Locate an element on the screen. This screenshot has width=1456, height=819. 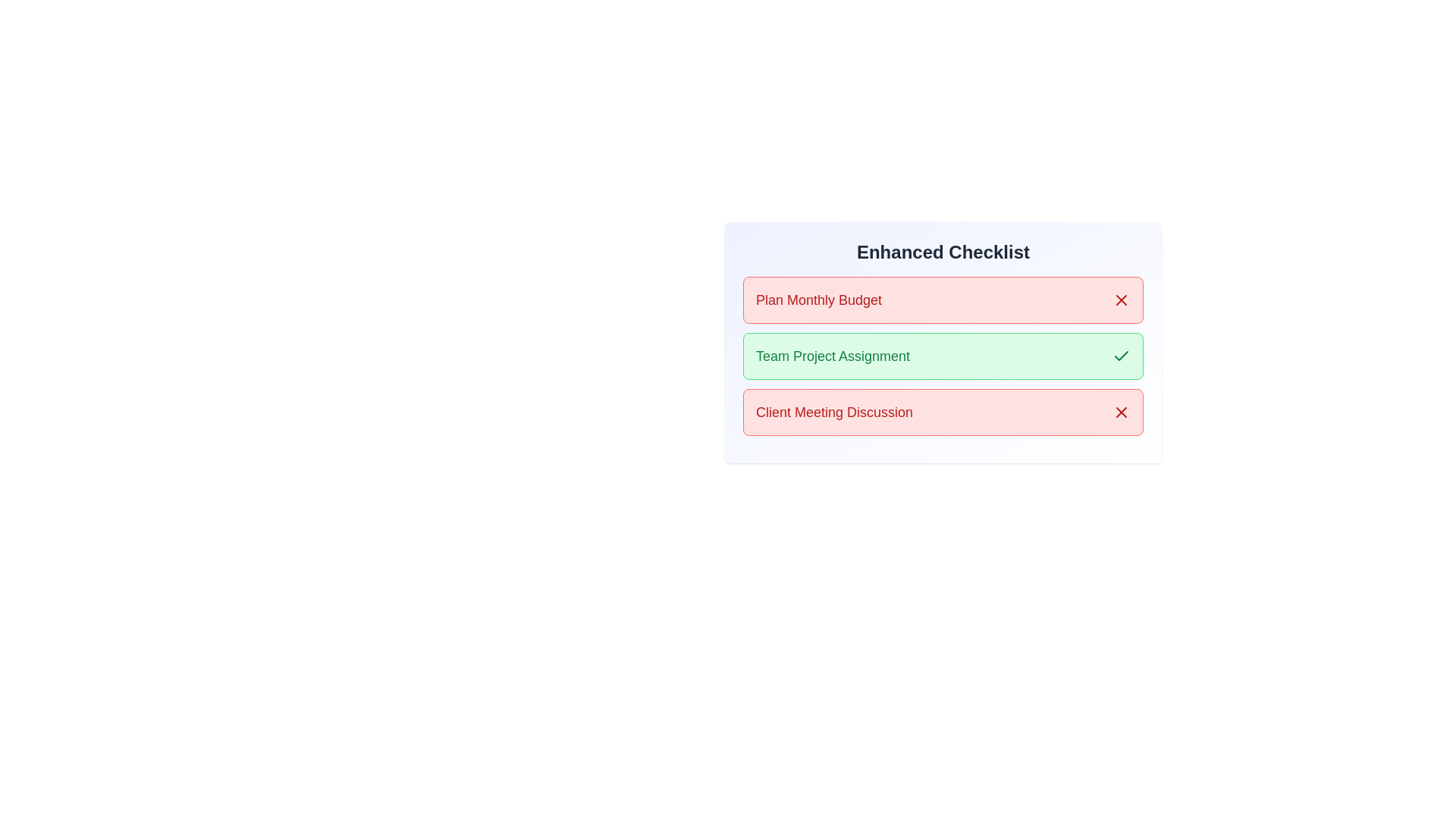
the Icon button for removal or dismissal located to the right of the 'Plan Monthly Budget' entry to provide interaction feedback is located at coordinates (1121, 300).